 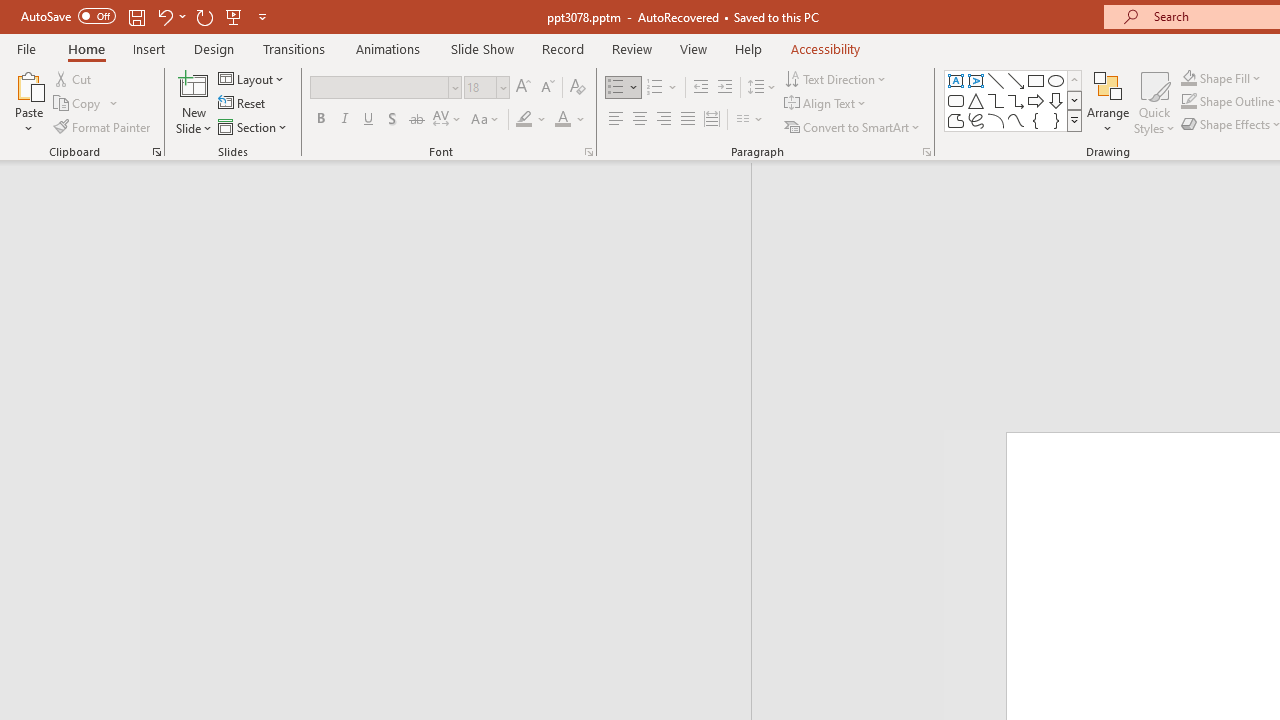 I want to click on 'Convert to SmartArt', so click(x=853, y=127).